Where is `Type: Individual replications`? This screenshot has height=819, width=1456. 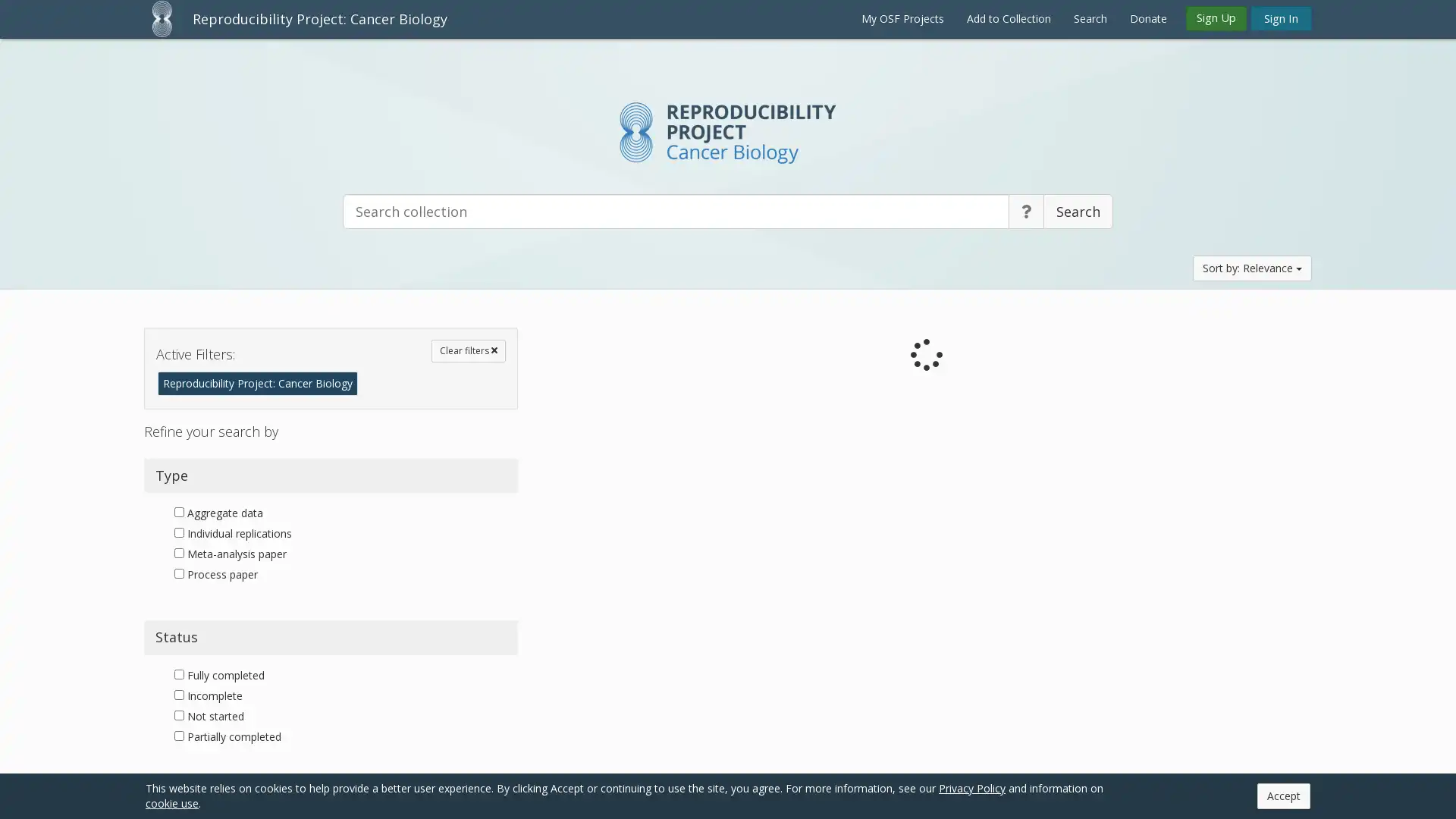
Type: Individual replications is located at coordinates (626, 458).